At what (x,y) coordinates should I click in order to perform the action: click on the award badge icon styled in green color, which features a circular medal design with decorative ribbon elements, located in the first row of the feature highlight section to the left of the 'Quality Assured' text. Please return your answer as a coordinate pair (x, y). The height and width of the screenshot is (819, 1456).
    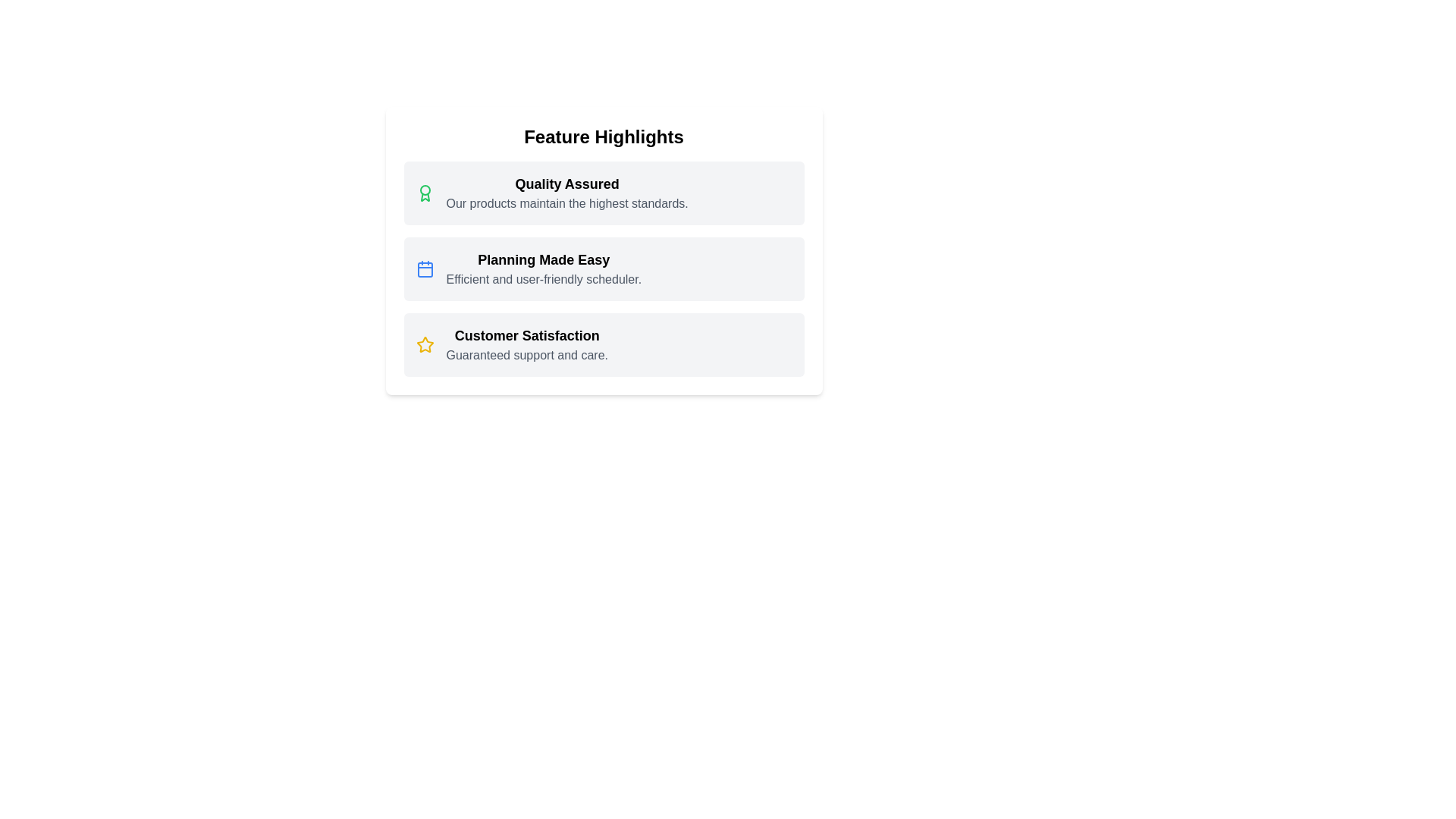
    Looking at the image, I should click on (425, 192).